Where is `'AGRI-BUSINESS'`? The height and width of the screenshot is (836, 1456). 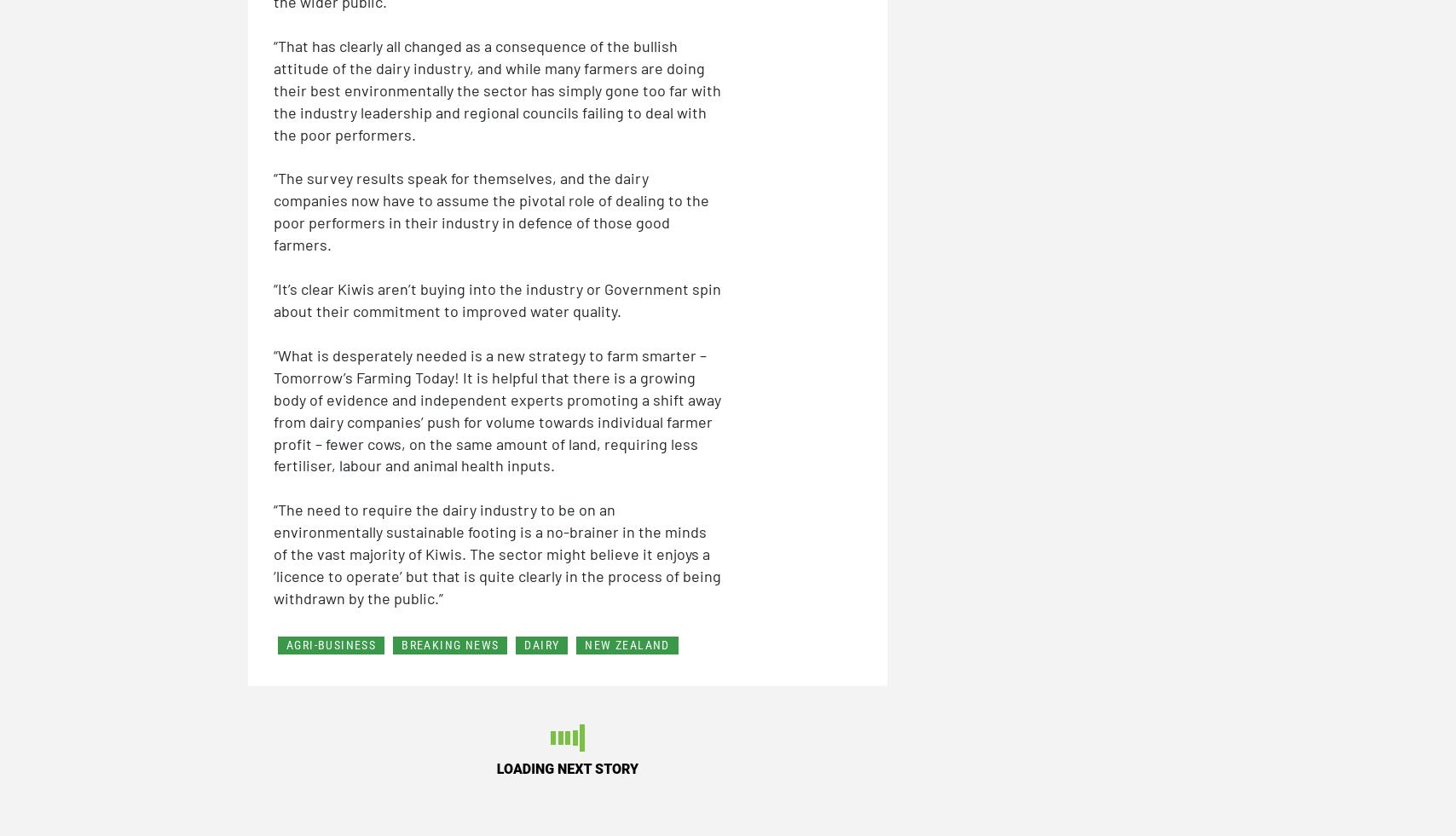
'AGRI-BUSINESS' is located at coordinates (286, 643).